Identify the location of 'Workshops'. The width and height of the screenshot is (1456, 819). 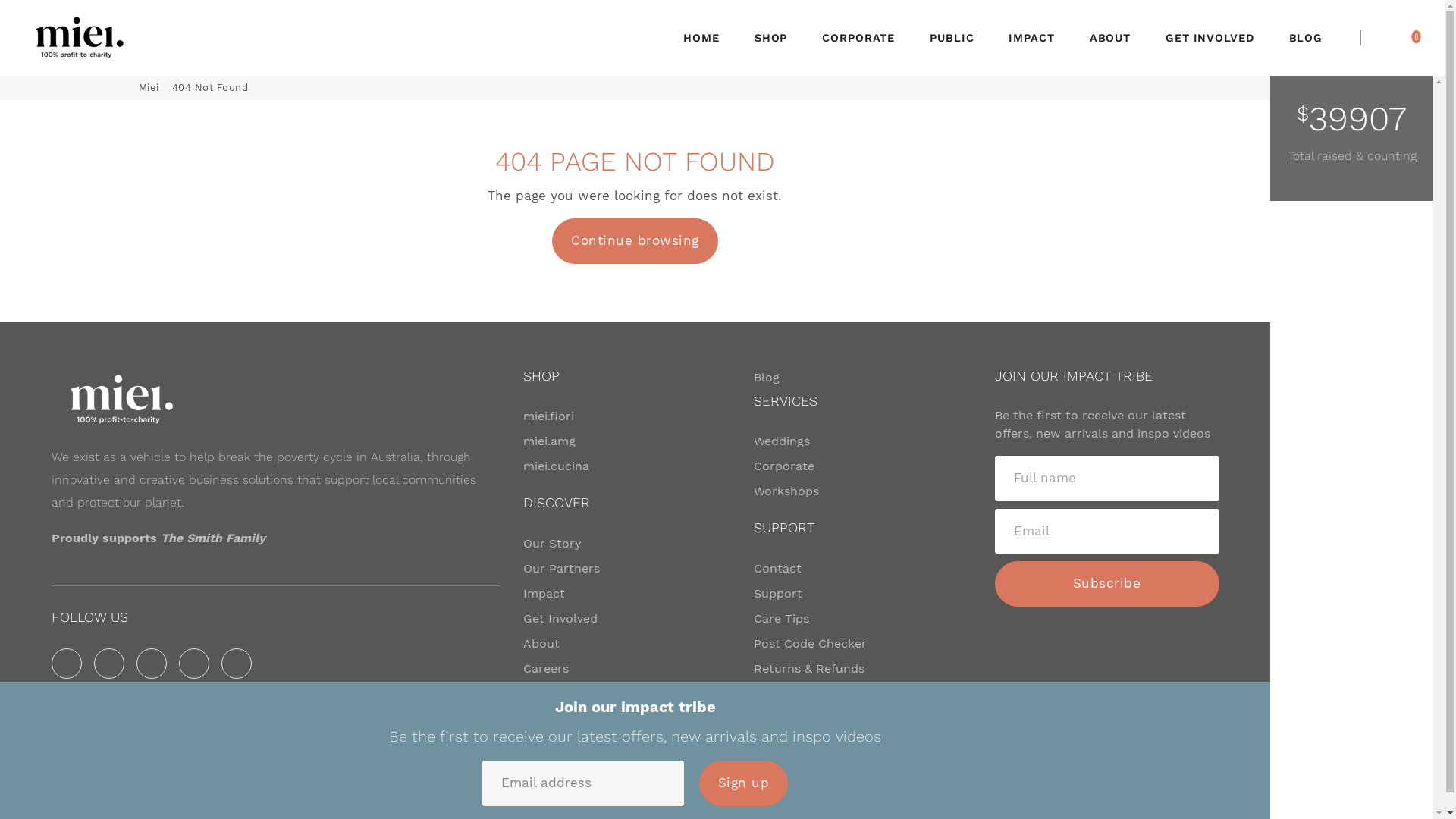
(786, 491).